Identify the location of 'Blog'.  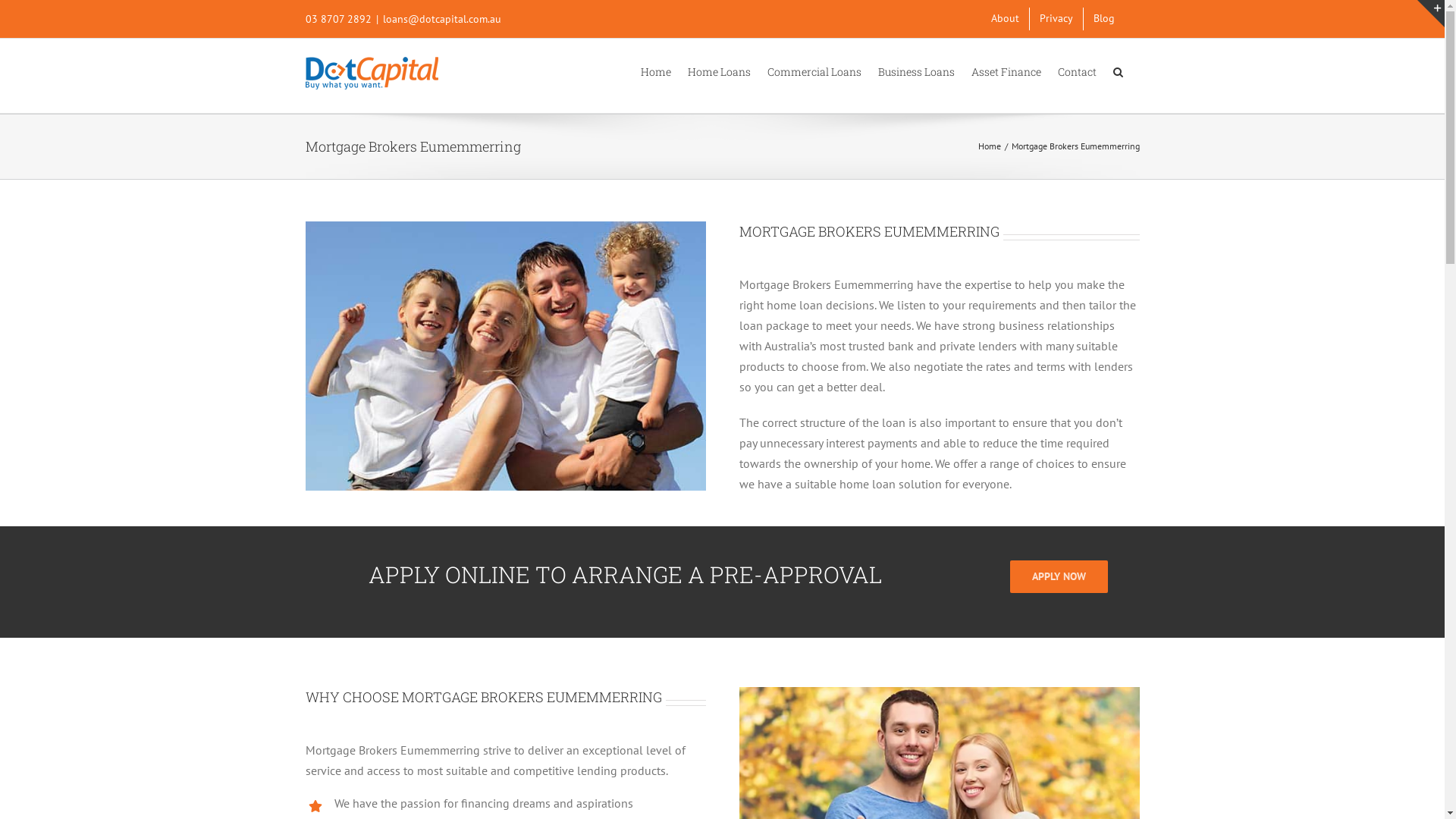
(1103, 18).